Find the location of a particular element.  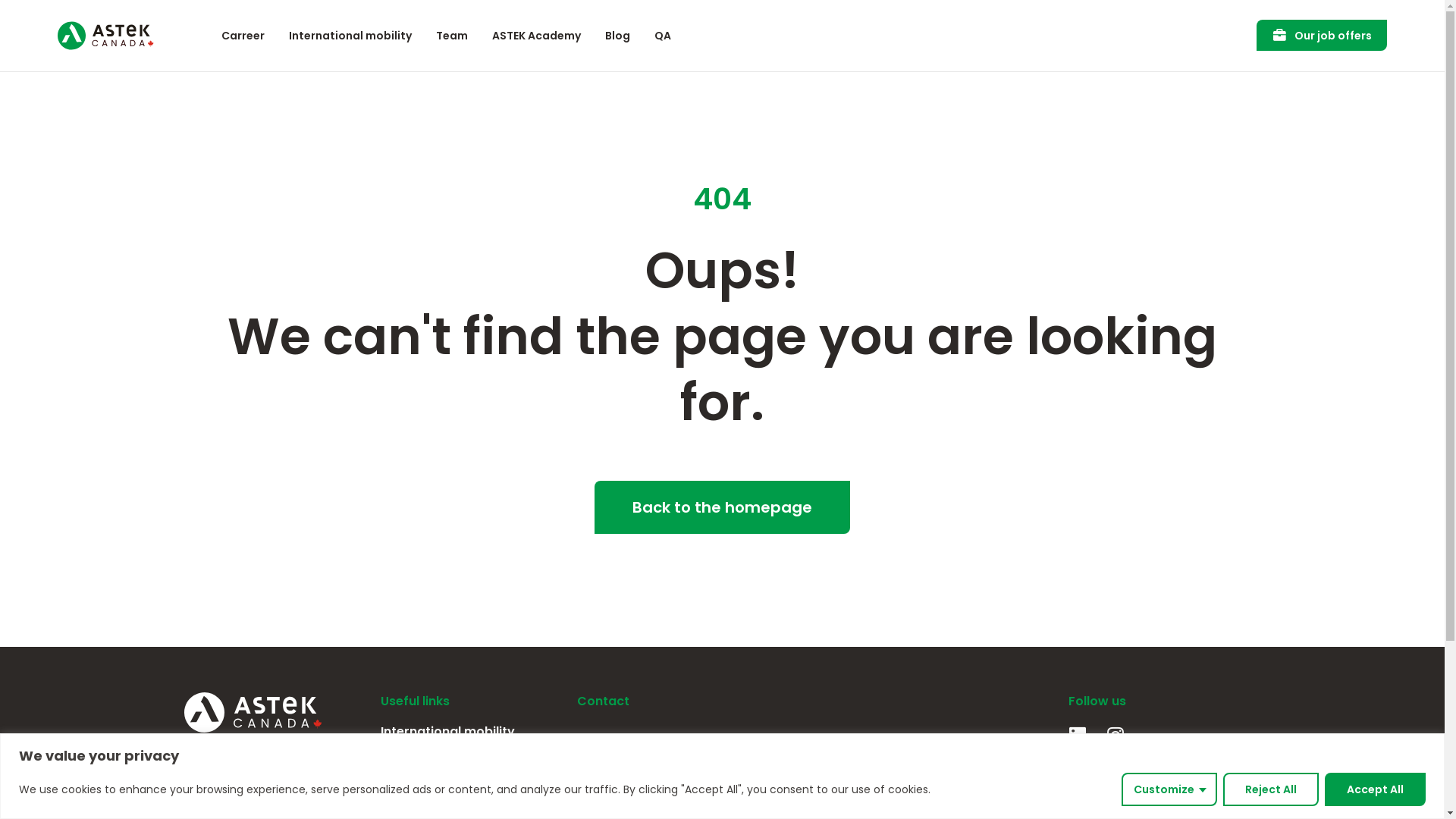

'montreal-logo-footer' is located at coordinates (584, 748).